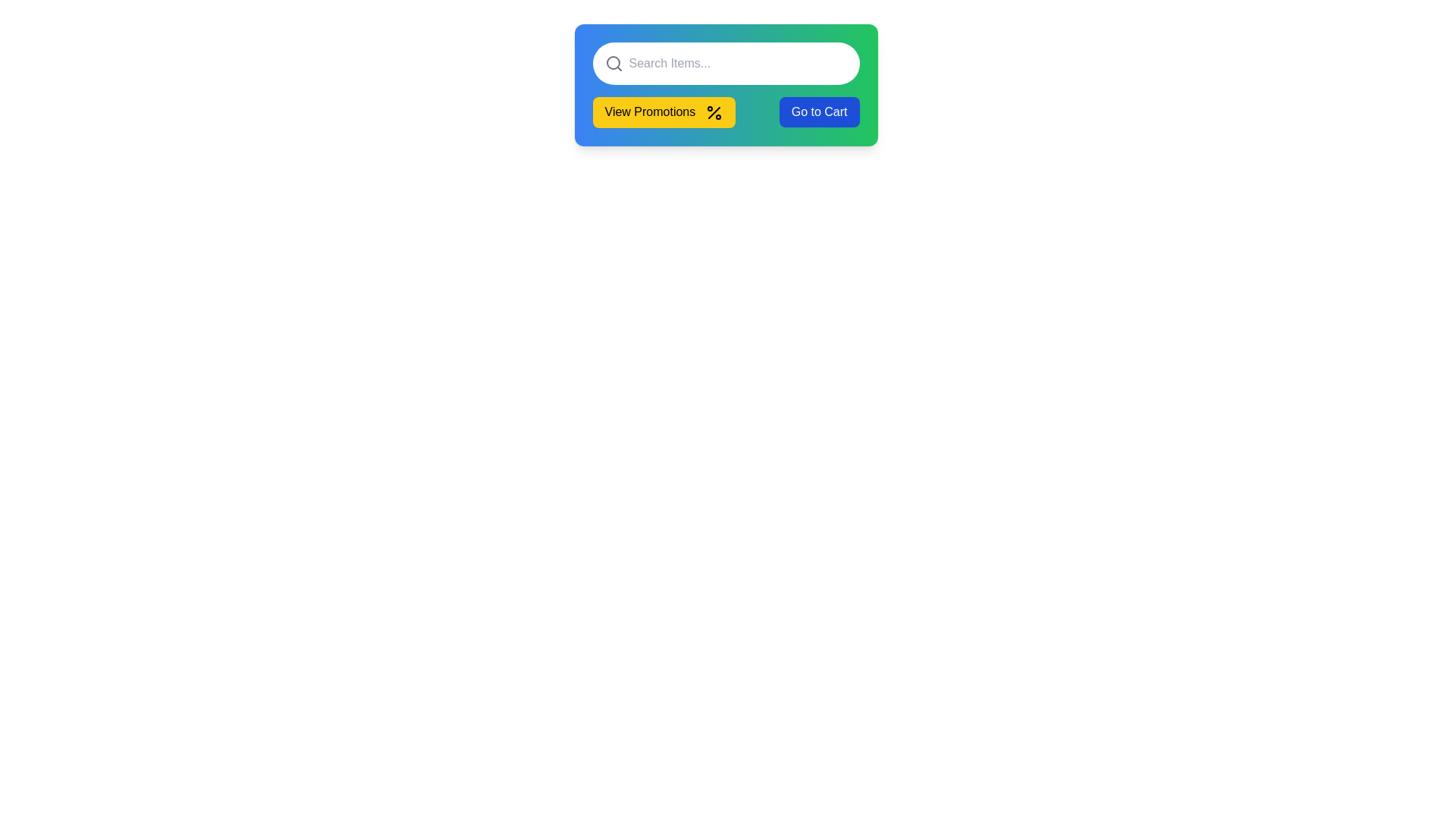  What do you see at coordinates (713, 111) in the screenshot?
I see `the discount icon located on the right side of the 'View Promotions' button, which visually represents discounts or promotions` at bounding box center [713, 111].